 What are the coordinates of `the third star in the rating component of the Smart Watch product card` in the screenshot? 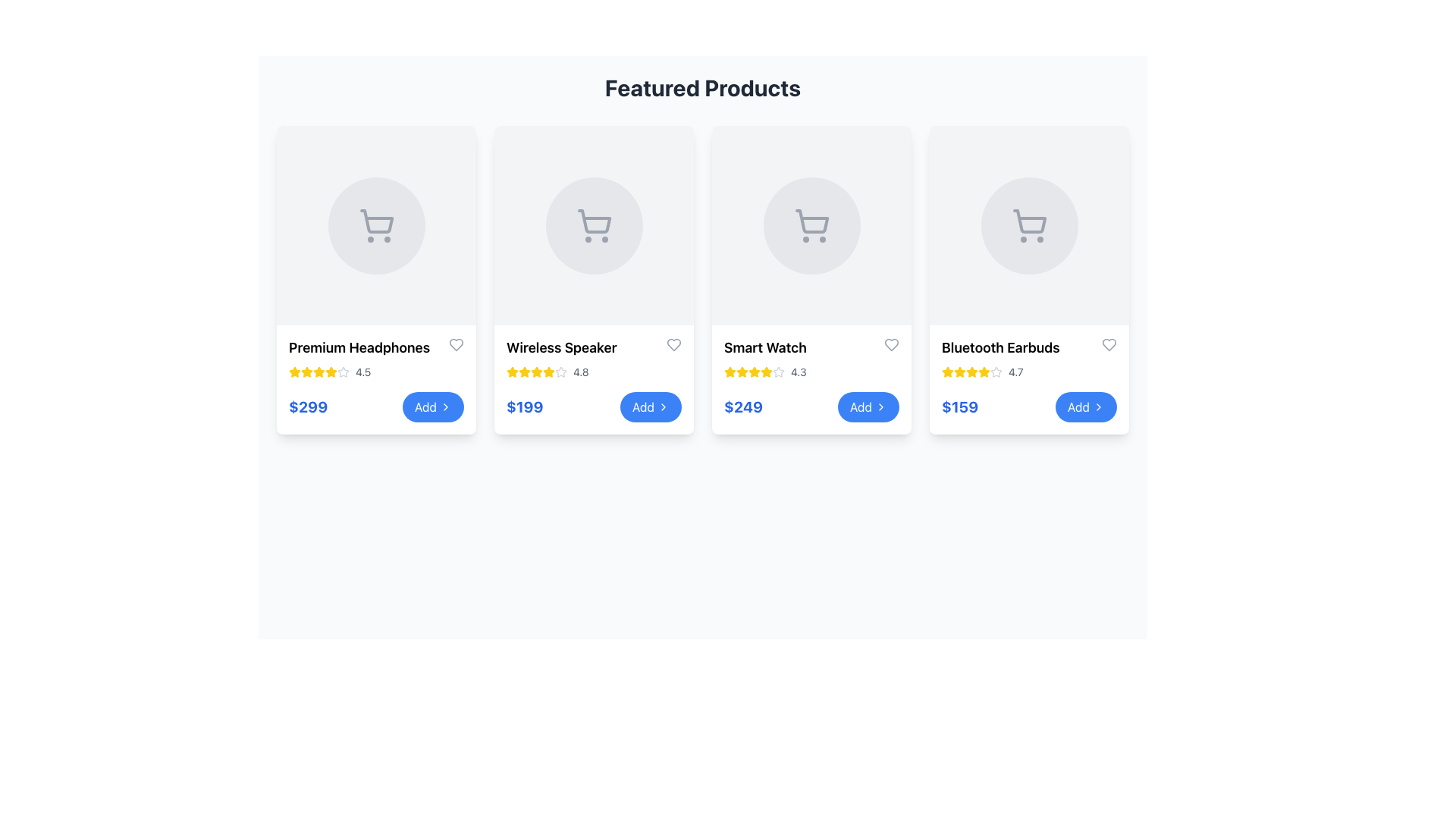 It's located at (765, 371).